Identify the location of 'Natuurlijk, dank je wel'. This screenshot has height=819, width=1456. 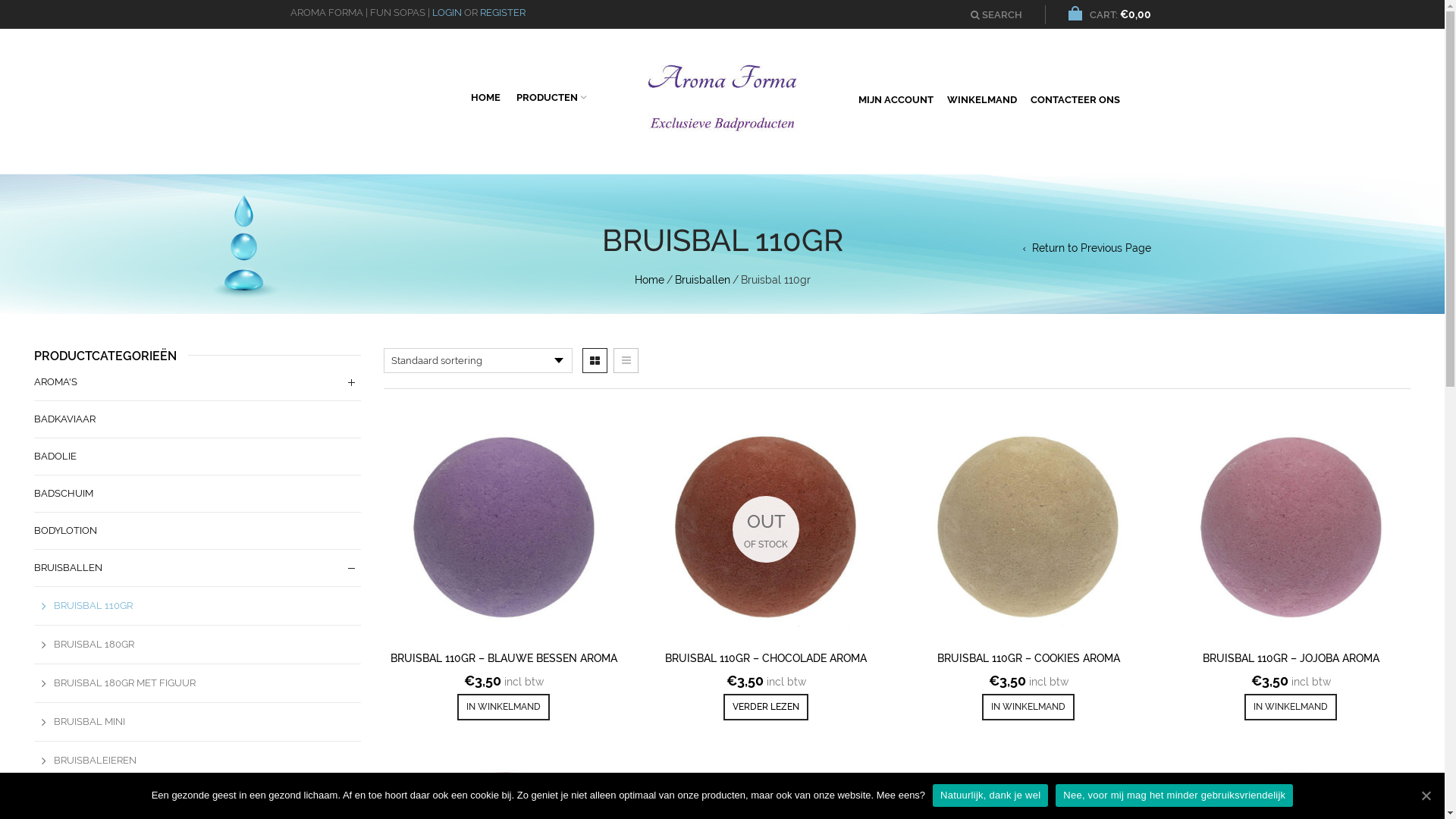
(990, 795).